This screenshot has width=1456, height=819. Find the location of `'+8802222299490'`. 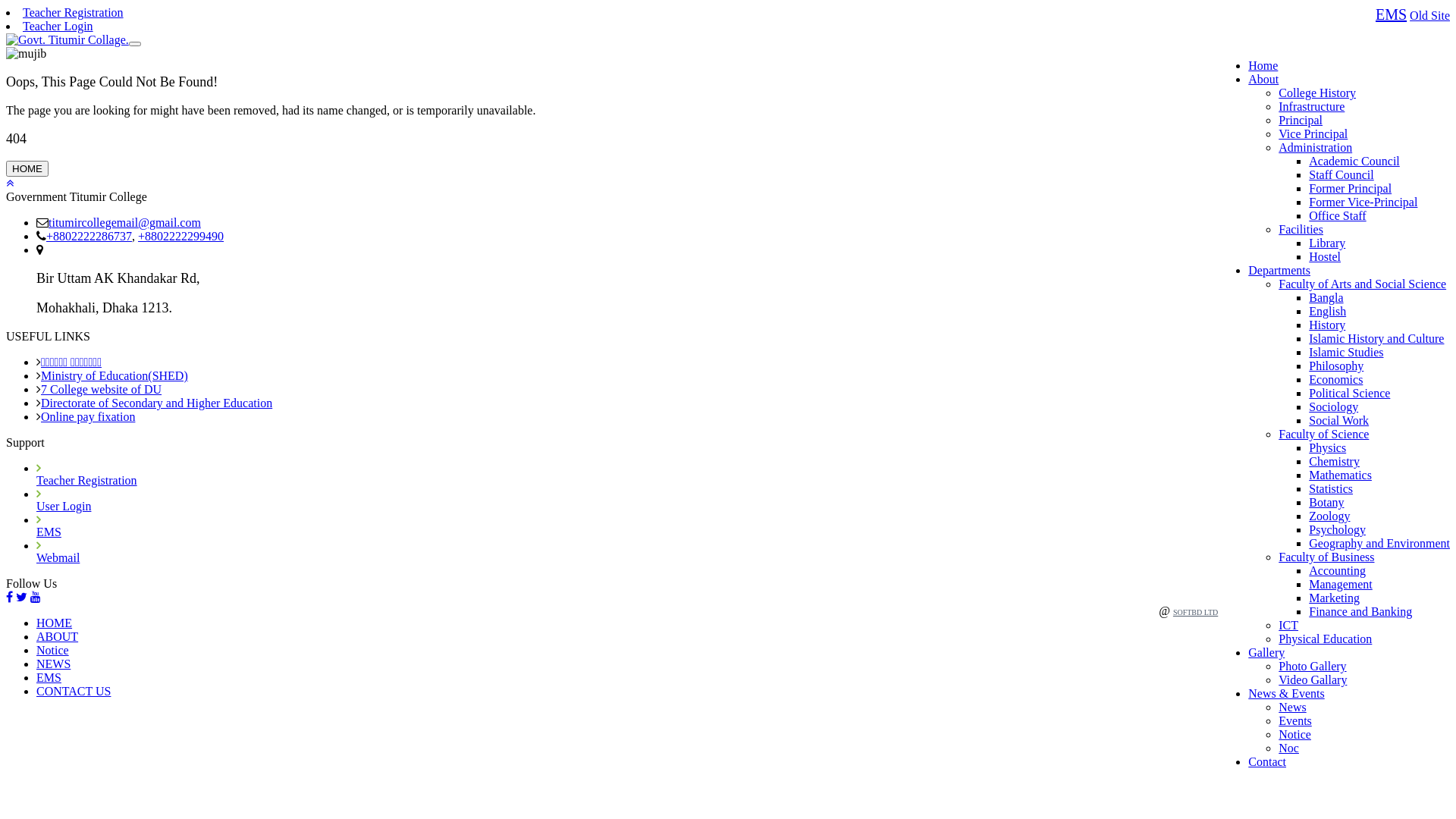

'+8802222299490' is located at coordinates (138, 236).